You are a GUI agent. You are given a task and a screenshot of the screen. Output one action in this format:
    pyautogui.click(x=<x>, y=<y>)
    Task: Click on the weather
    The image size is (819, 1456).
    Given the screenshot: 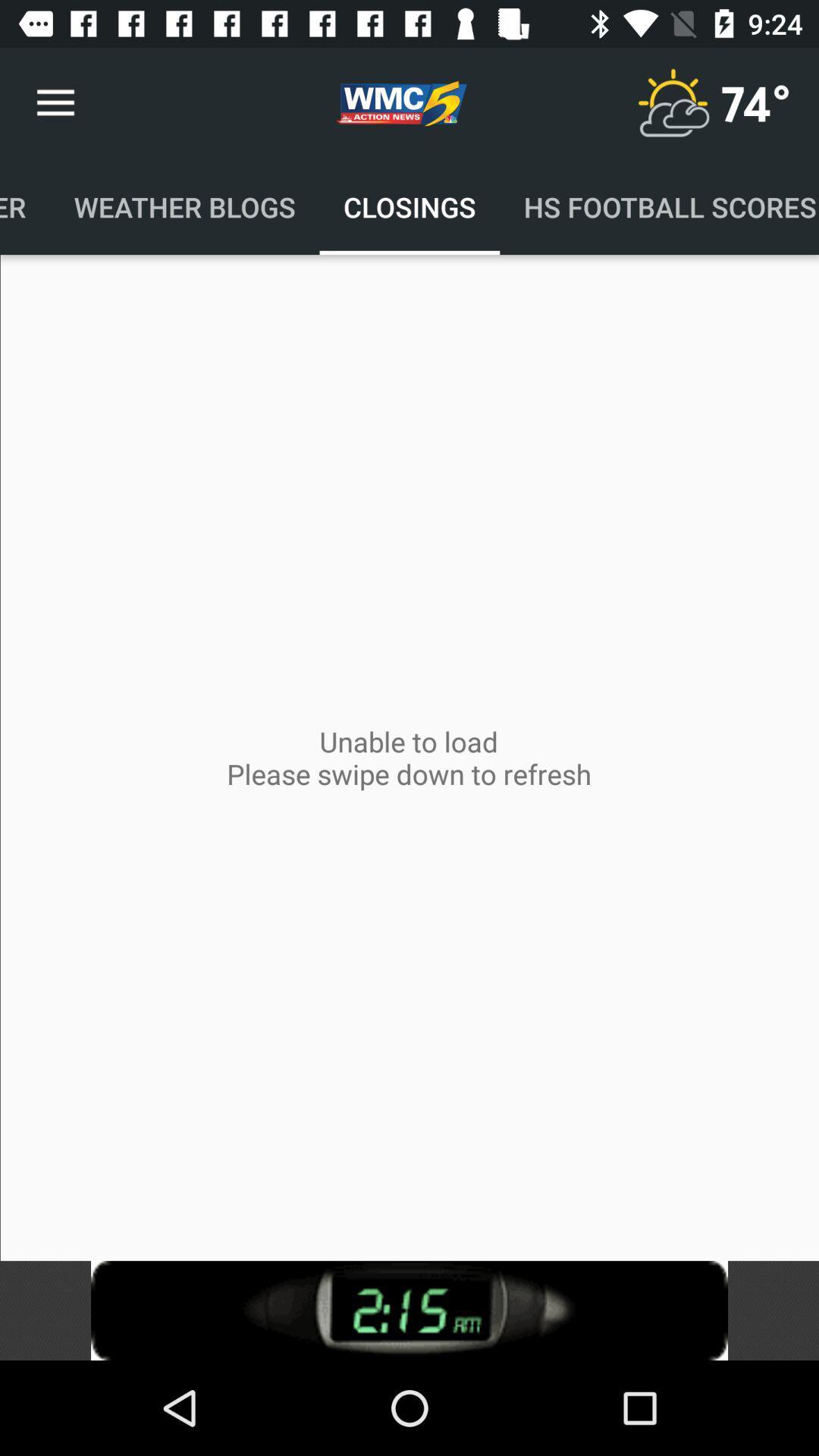 What is the action you would take?
    pyautogui.click(x=672, y=102)
    